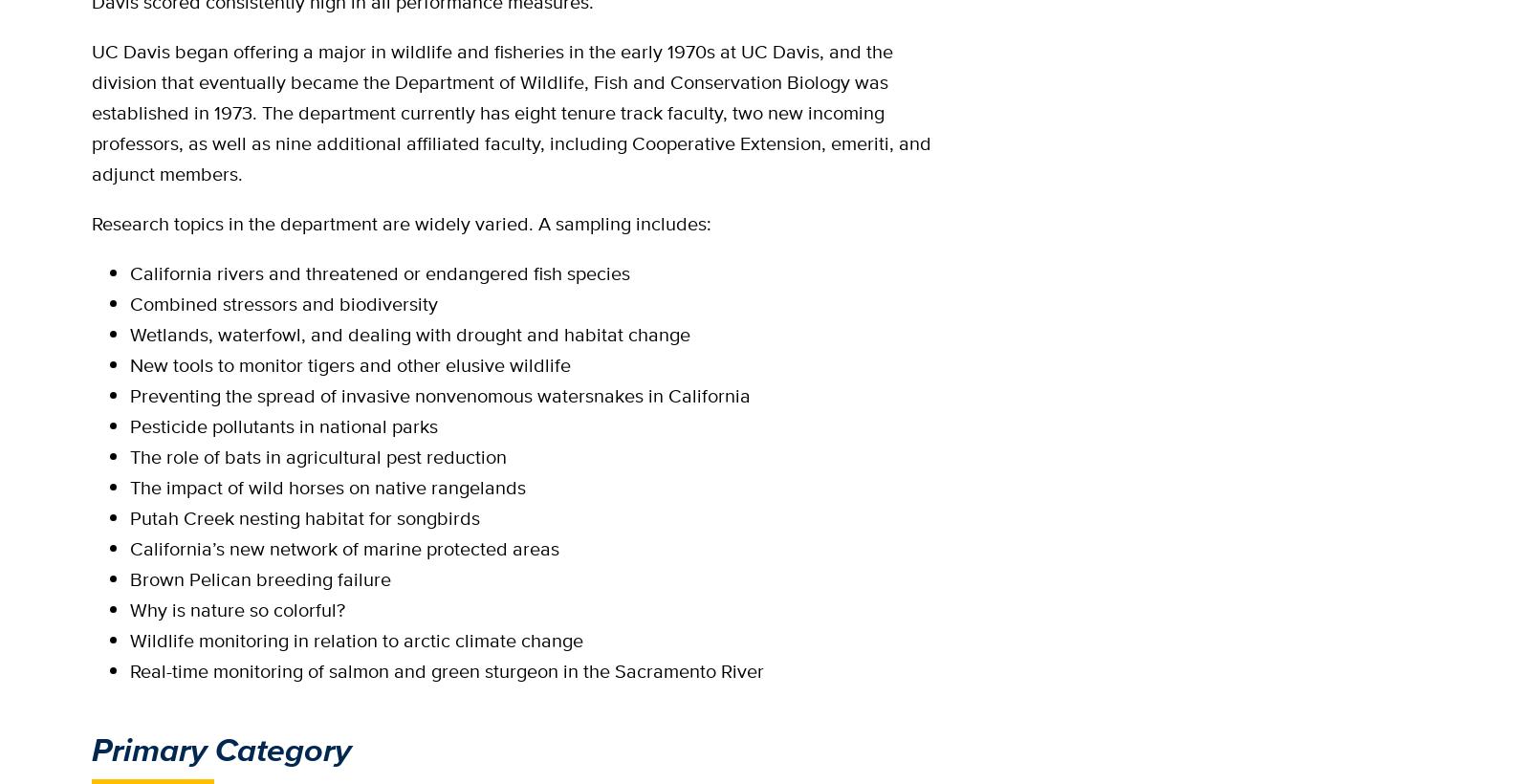 Image resolution: width=1530 pixels, height=784 pixels. Describe the element at coordinates (260, 578) in the screenshot. I see `'Brown Pelican breeding failure'` at that location.